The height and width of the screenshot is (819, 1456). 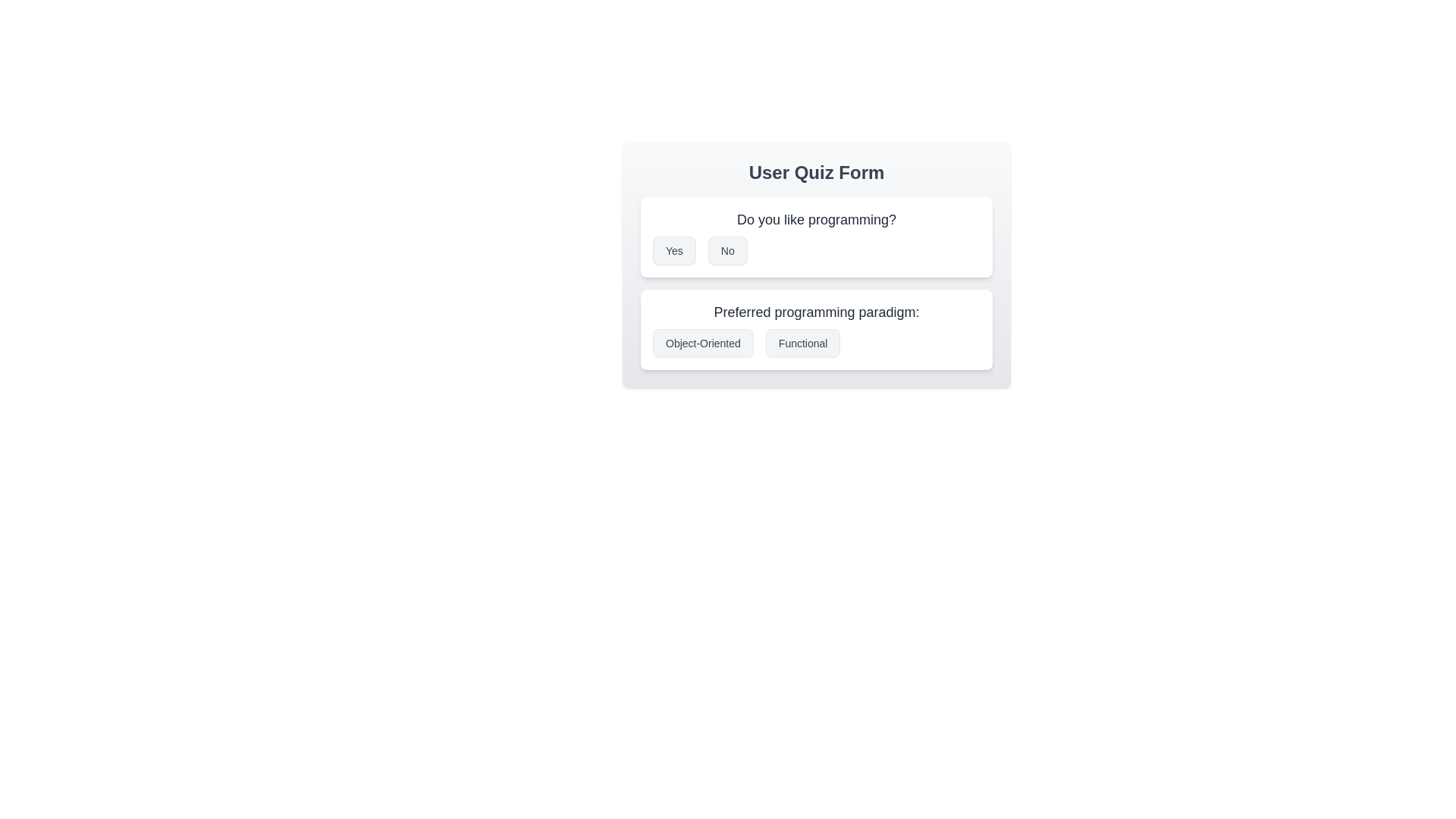 I want to click on the 'Functional' button, which is the second button in the group of two buttons labeled 'Preferred programming paradigm:', so click(x=802, y=343).